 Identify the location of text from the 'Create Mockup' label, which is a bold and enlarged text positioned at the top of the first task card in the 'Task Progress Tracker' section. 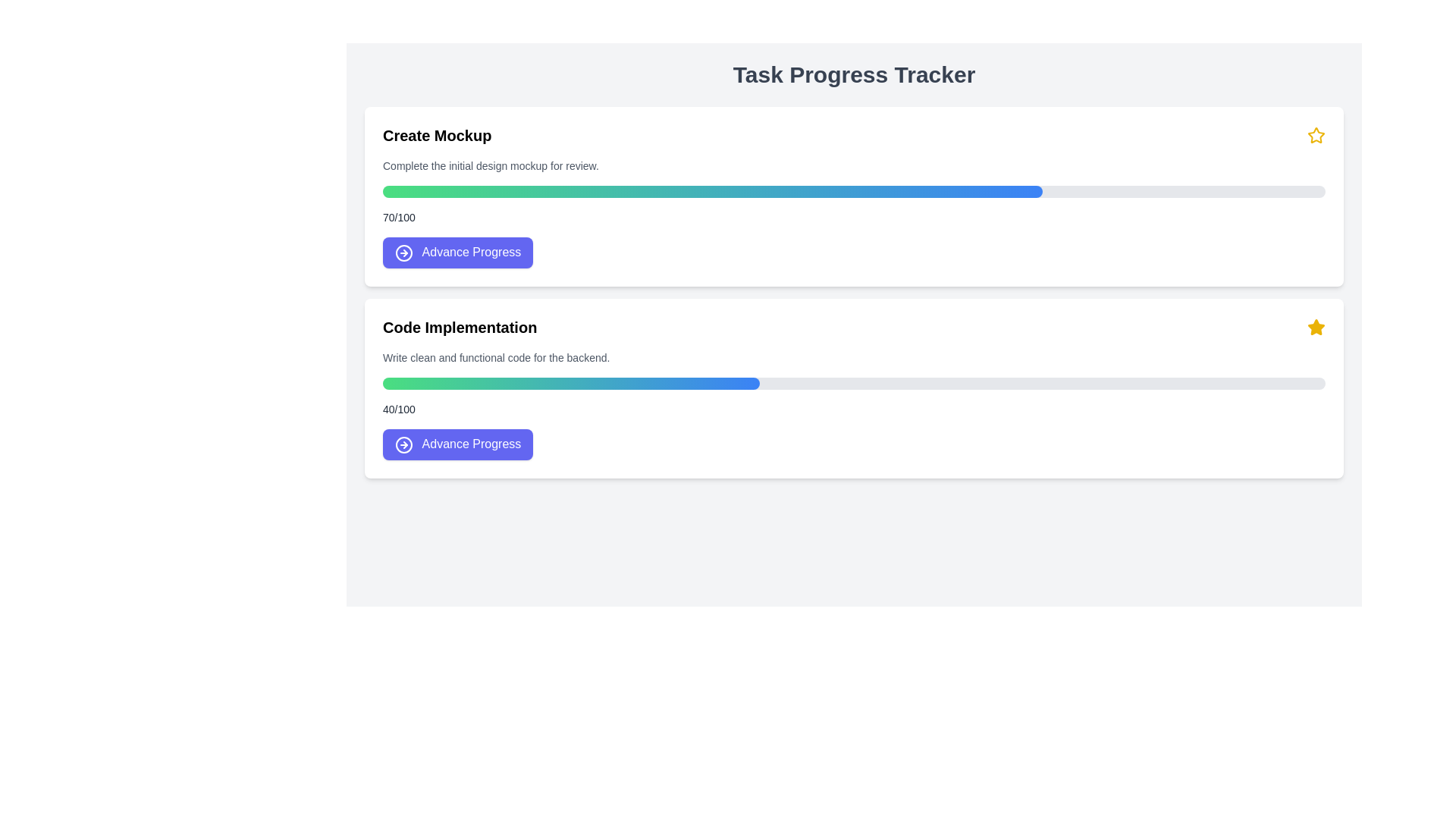
(436, 134).